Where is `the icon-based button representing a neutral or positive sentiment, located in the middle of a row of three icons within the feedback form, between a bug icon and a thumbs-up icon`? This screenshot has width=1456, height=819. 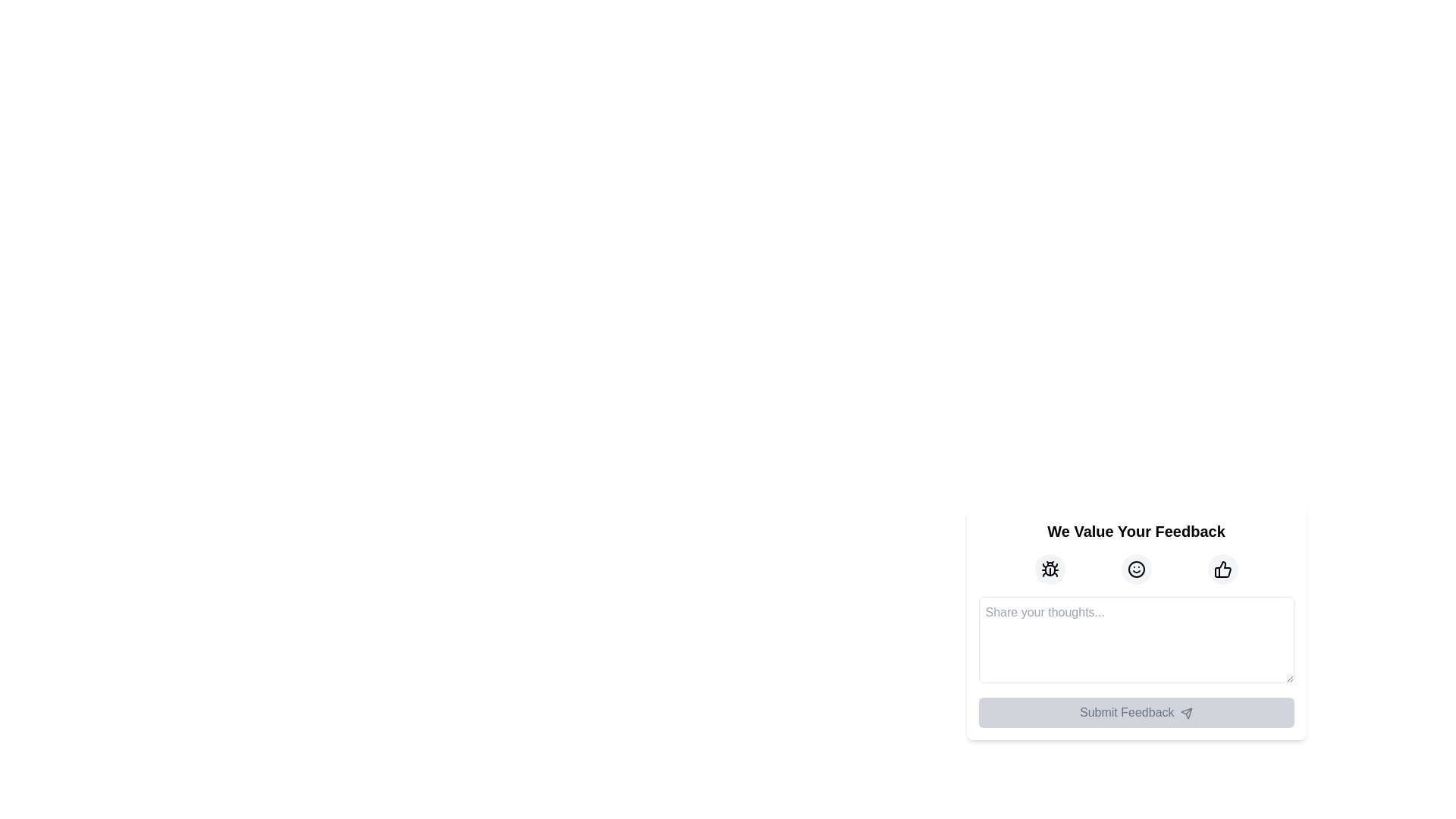 the icon-based button representing a neutral or positive sentiment, located in the middle of a row of three icons within the feedback form, between a bug icon and a thumbs-up icon is located at coordinates (1136, 570).